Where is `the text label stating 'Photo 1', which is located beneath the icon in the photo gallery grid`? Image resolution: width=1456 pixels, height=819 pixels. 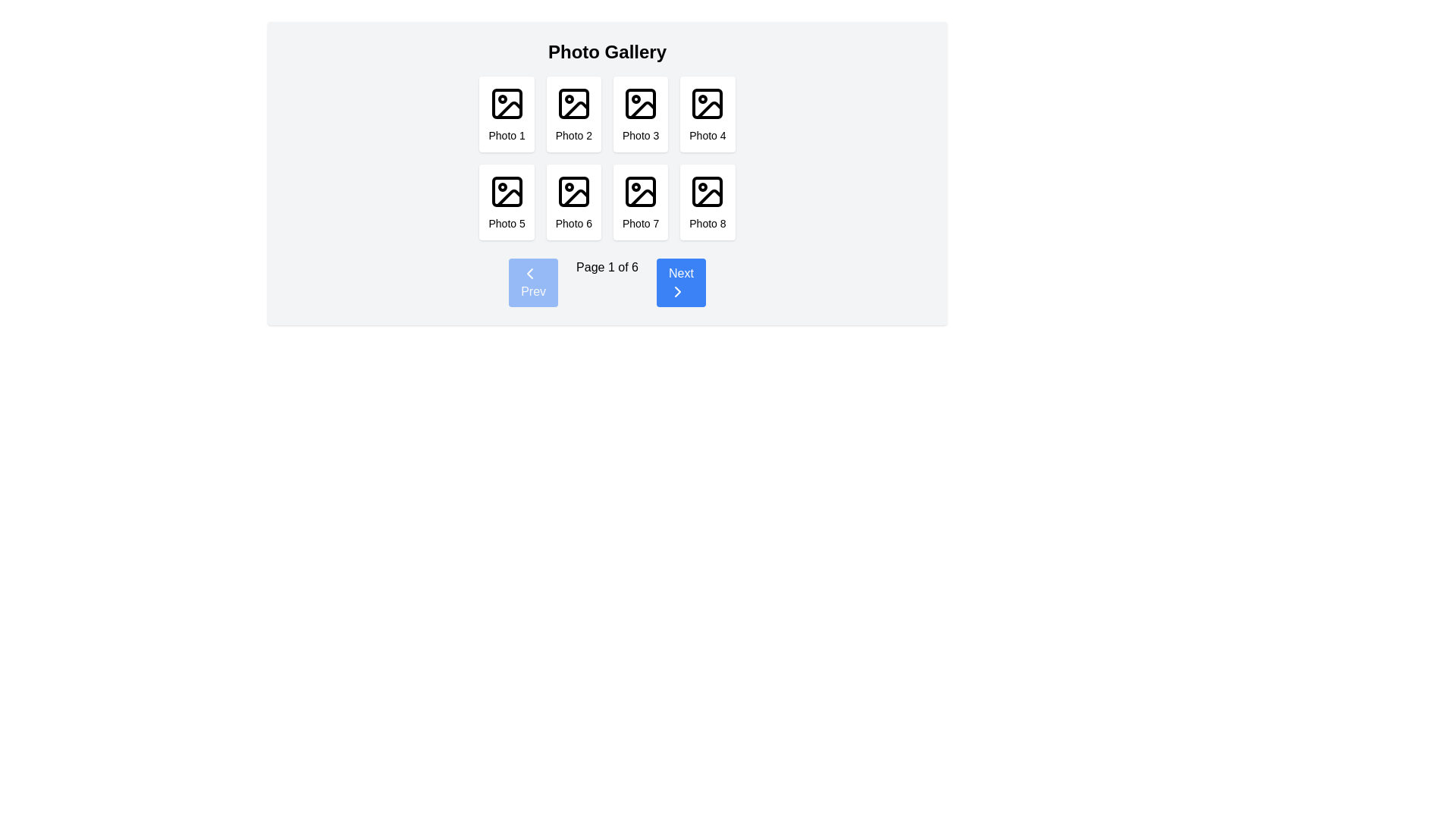
the text label stating 'Photo 1', which is located beneath the icon in the photo gallery grid is located at coordinates (507, 134).